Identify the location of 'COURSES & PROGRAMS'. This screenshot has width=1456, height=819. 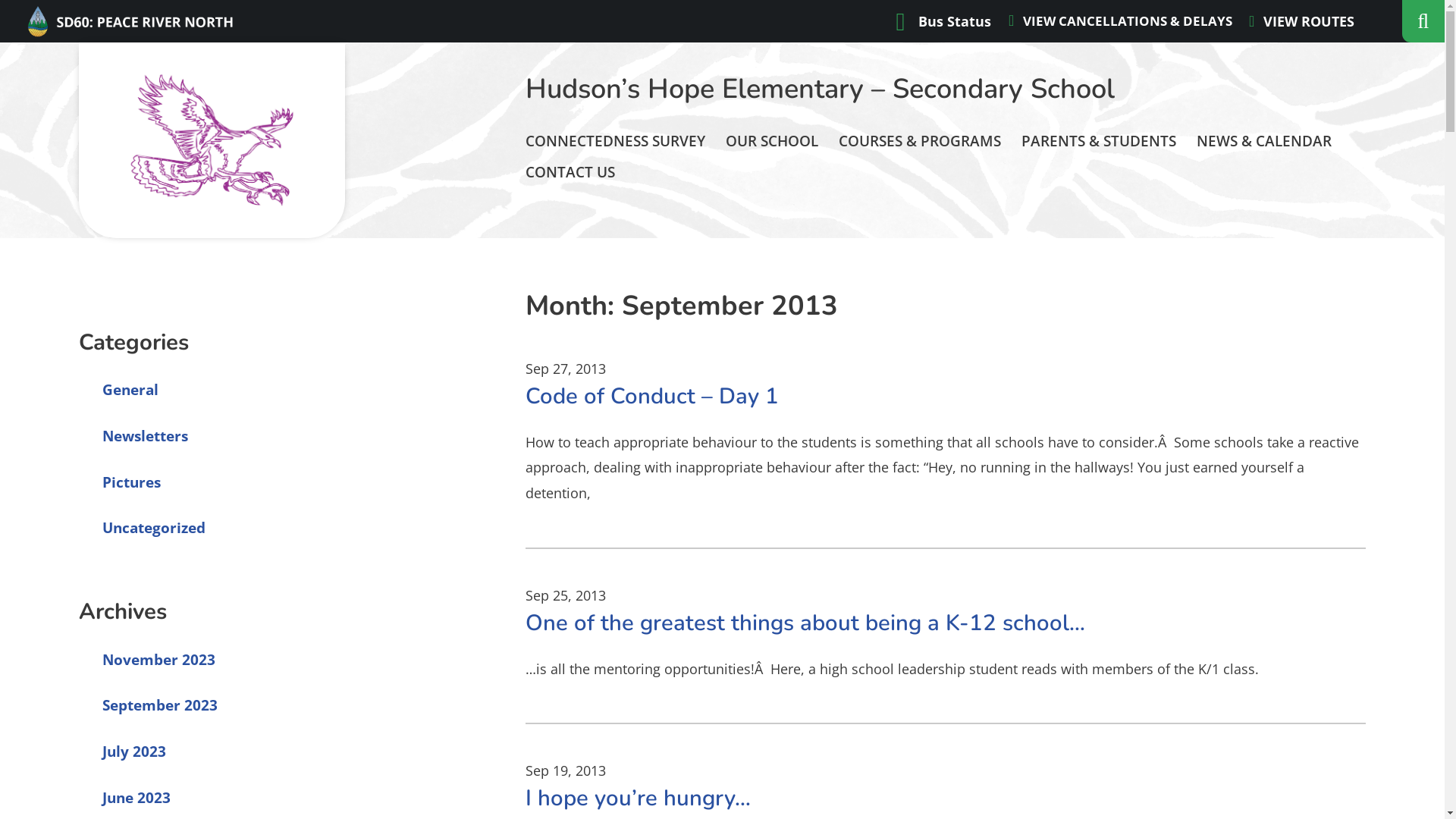
(919, 141).